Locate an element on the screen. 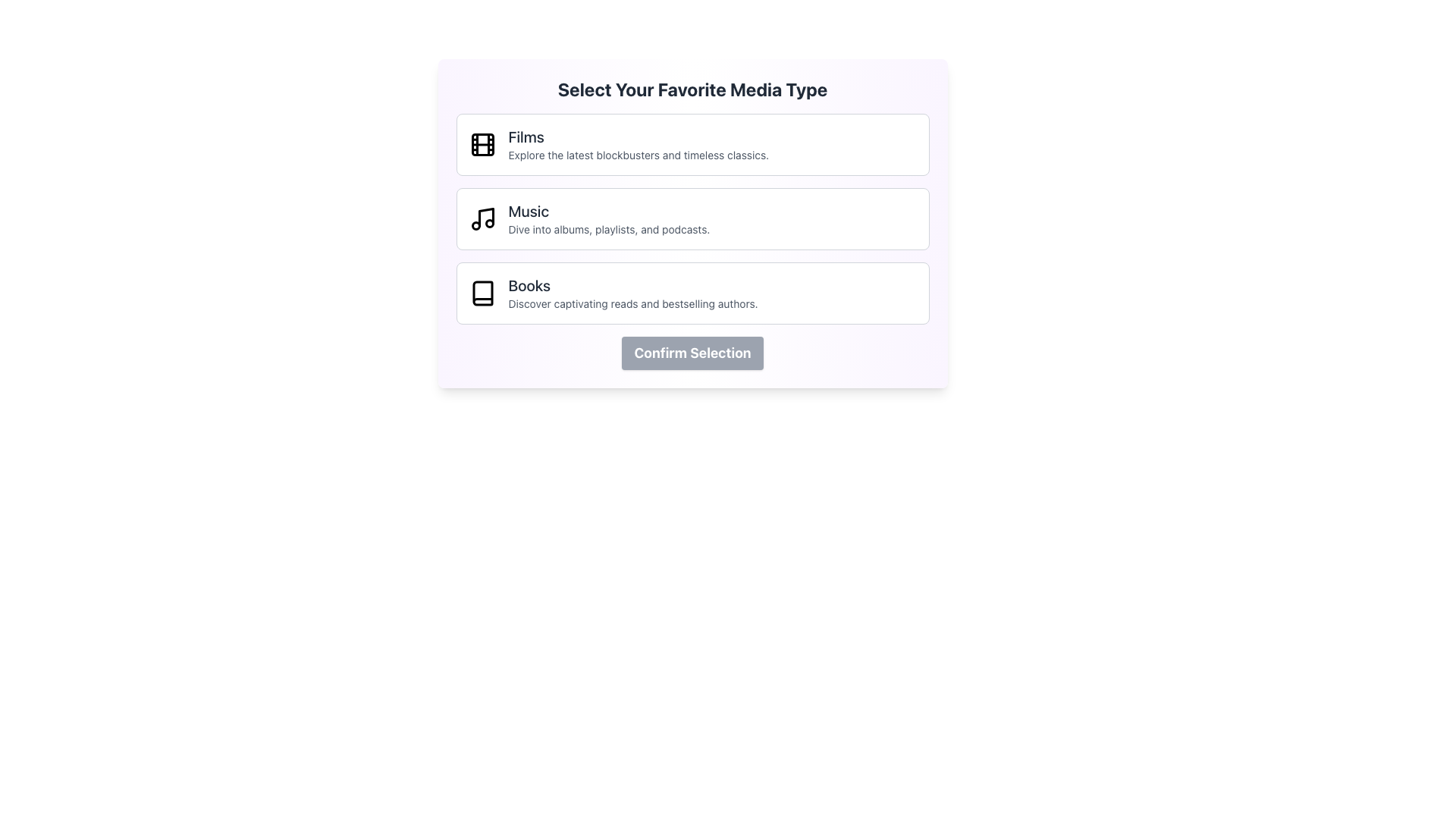  the Text Label (Styled Heading) that serves as the title for the media selection interface, positioned at the top of the card layout is located at coordinates (692, 89).